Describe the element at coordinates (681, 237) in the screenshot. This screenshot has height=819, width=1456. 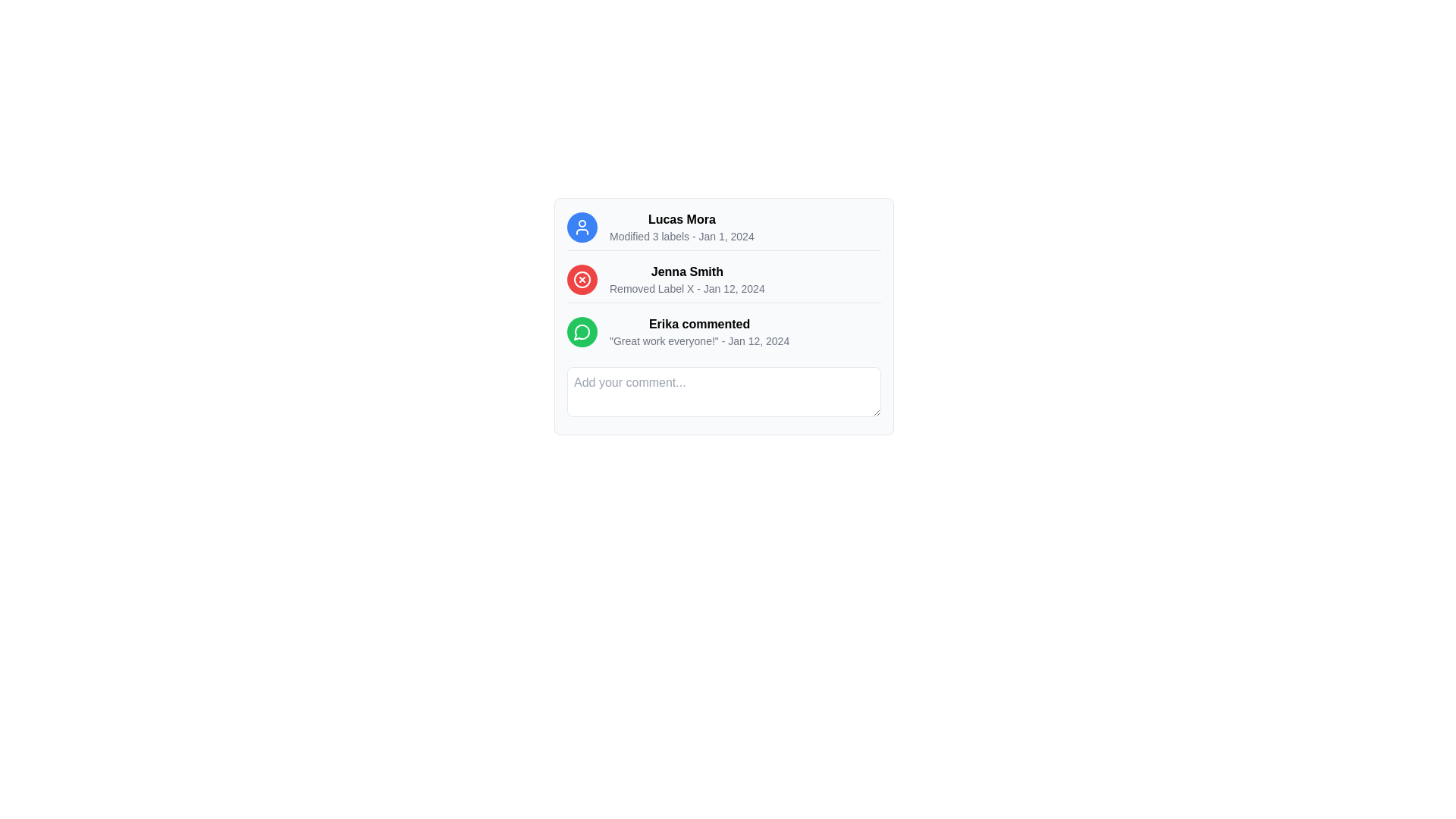
I see `the static text component displaying 'Modified 3 labels - Jan 1, 2024', which is styled in gray and located directly below 'Lucas Mora'` at that location.